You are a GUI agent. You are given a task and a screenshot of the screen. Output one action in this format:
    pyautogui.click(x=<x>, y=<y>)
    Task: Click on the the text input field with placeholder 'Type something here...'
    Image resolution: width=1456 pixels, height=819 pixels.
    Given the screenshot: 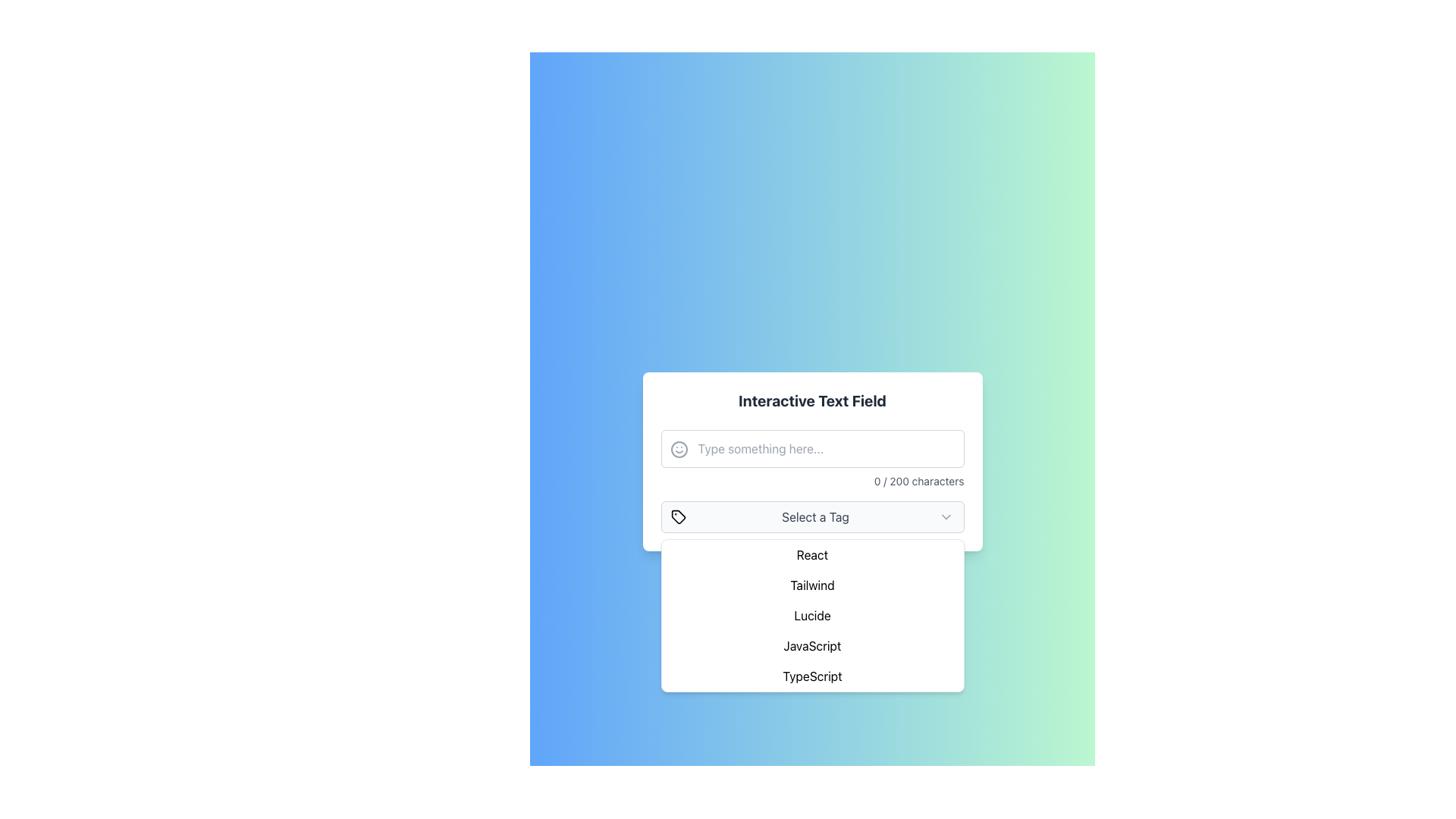 What is the action you would take?
    pyautogui.click(x=811, y=458)
    